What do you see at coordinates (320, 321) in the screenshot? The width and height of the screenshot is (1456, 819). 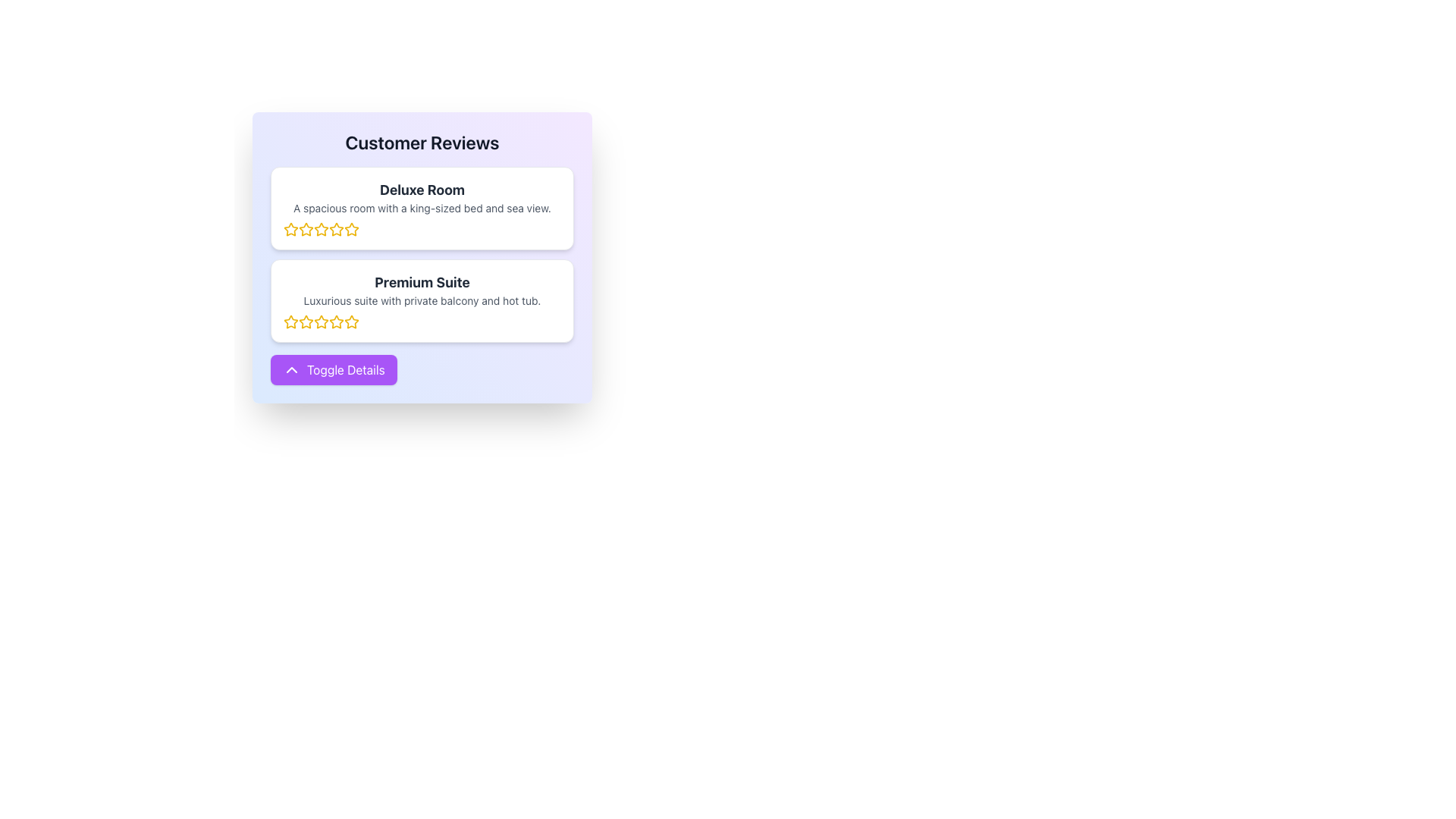 I see `the second star icon within the 5-star rating component under the 'Premium Suite' section of the 'Customer Reviews' panel` at bounding box center [320, 321].